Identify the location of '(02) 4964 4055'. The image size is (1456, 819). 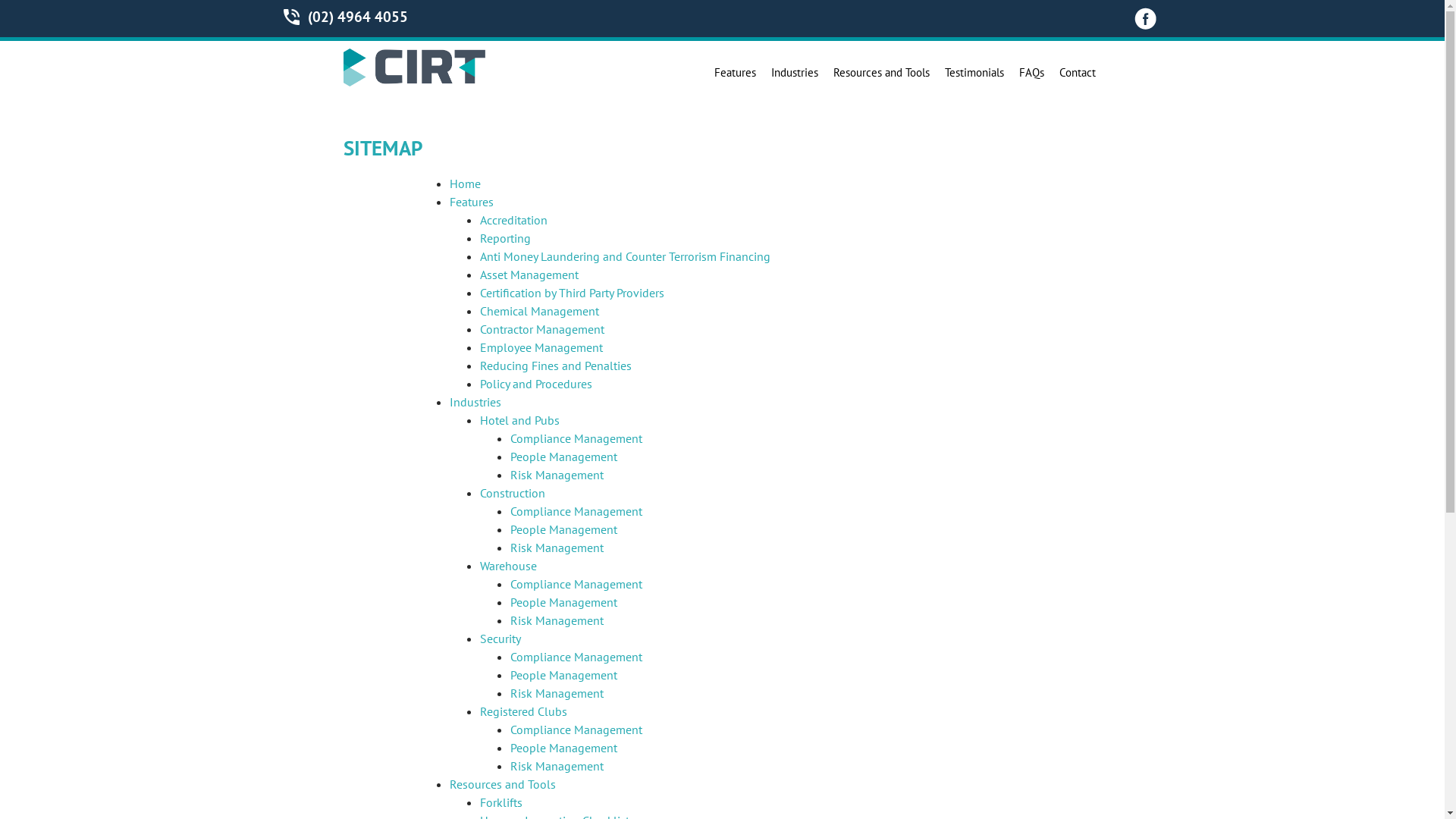
(356, 17).